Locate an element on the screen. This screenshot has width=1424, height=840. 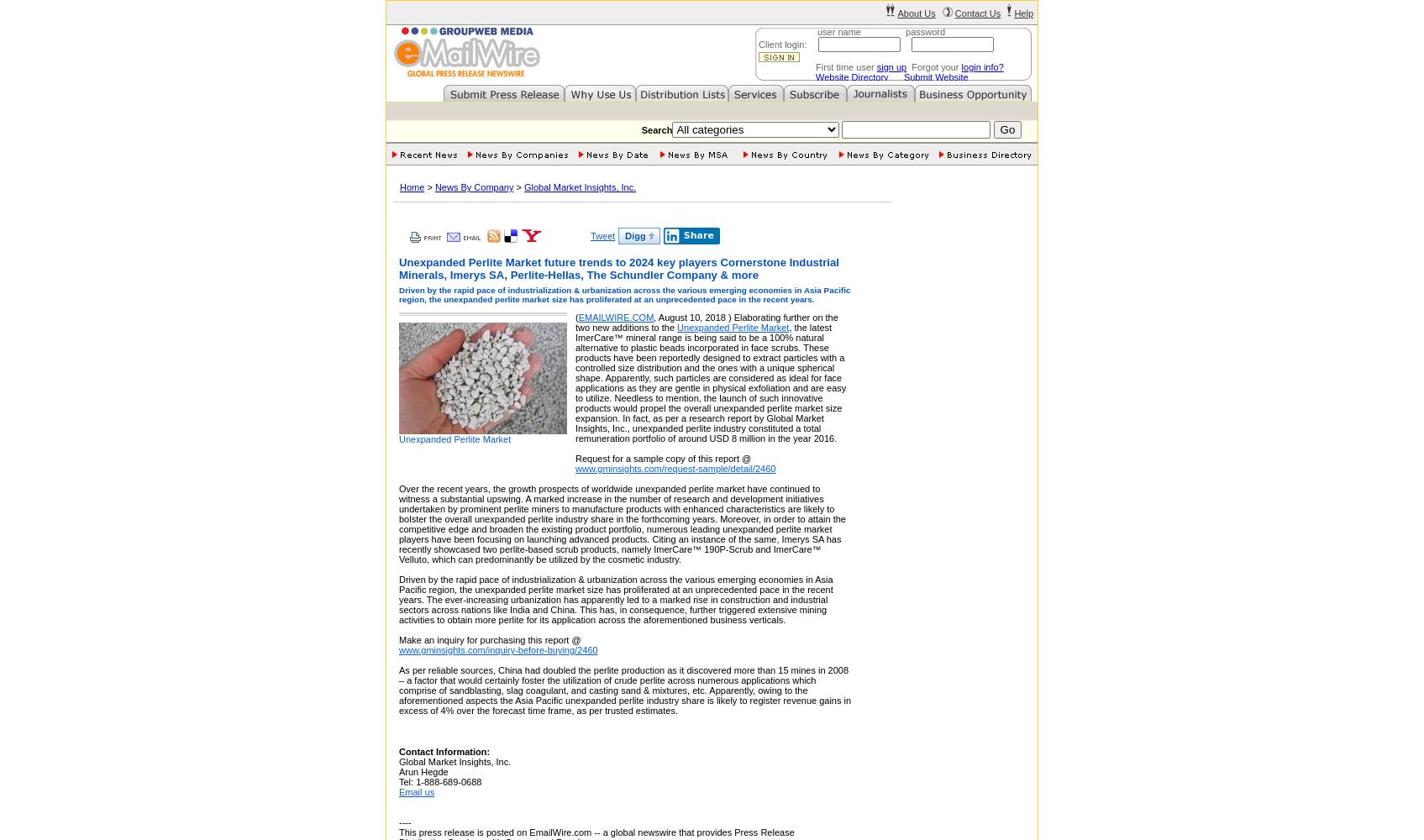
'Request for a sample copy of this report @' is located at coordinates (663, 459).